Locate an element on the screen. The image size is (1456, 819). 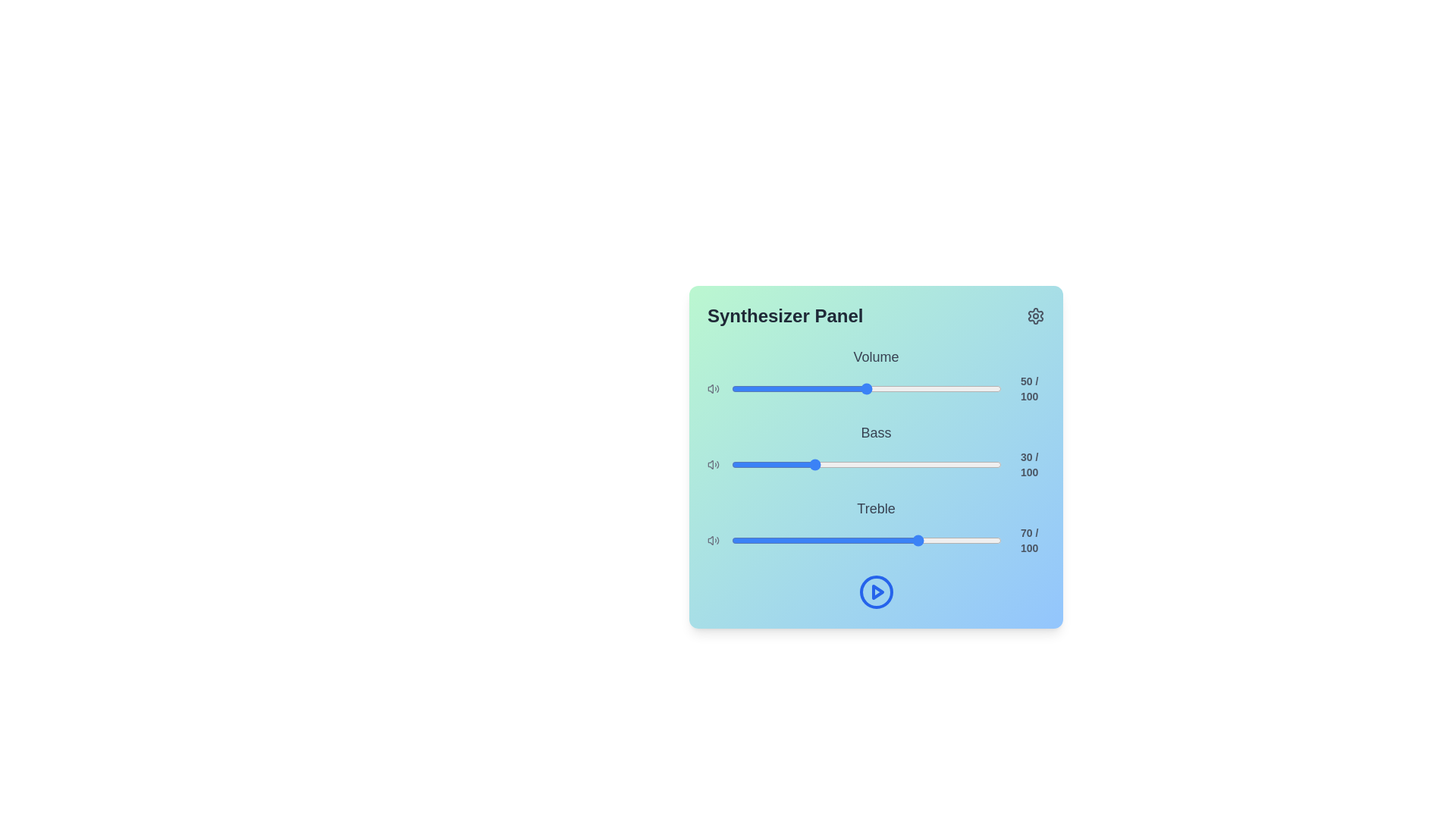
the treble slider to 67 value is located at coordinates (912, 540).